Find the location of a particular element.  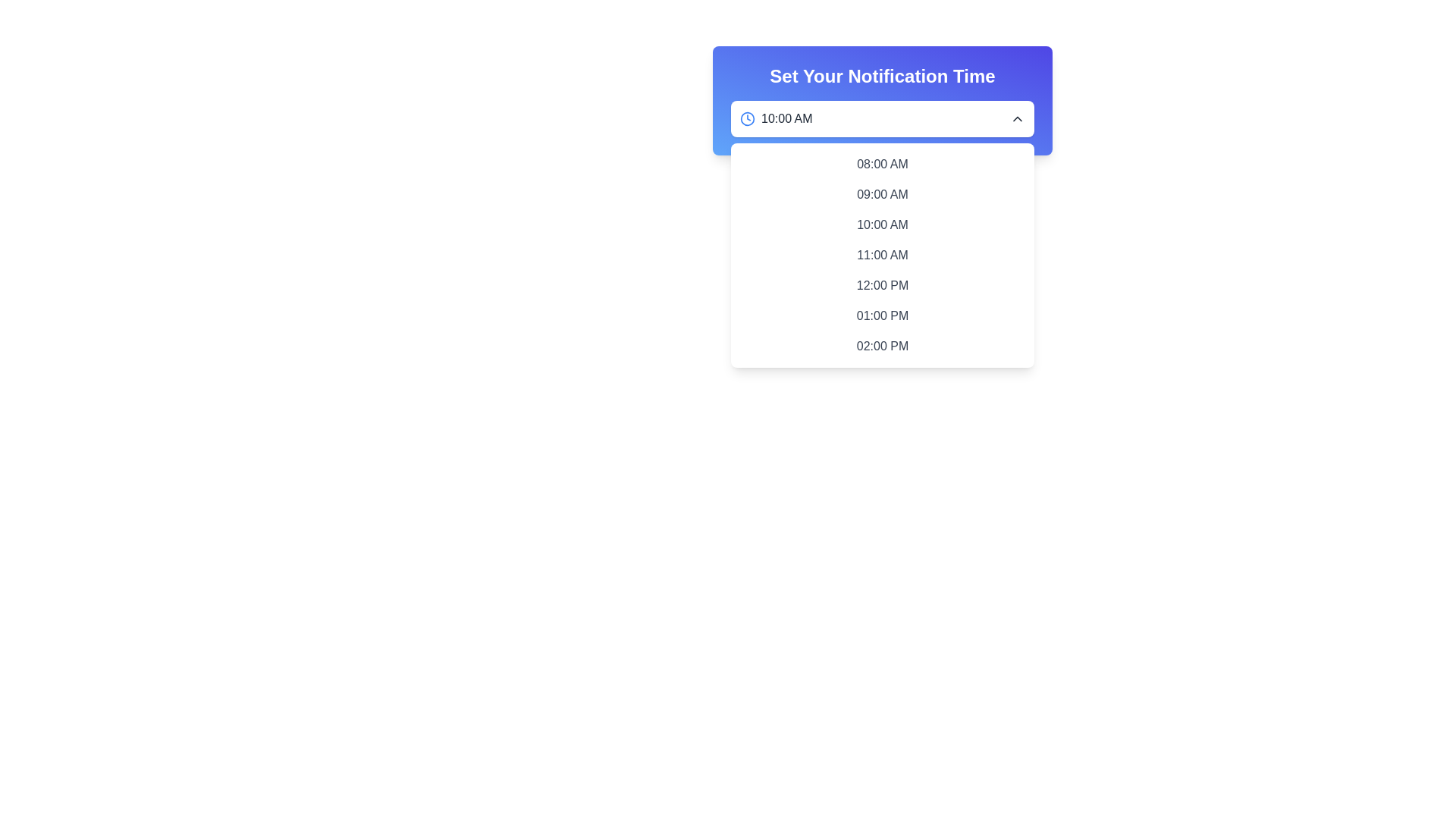

the selectable list item displaying '11:00 AM' is located at coordinates (882, 254).